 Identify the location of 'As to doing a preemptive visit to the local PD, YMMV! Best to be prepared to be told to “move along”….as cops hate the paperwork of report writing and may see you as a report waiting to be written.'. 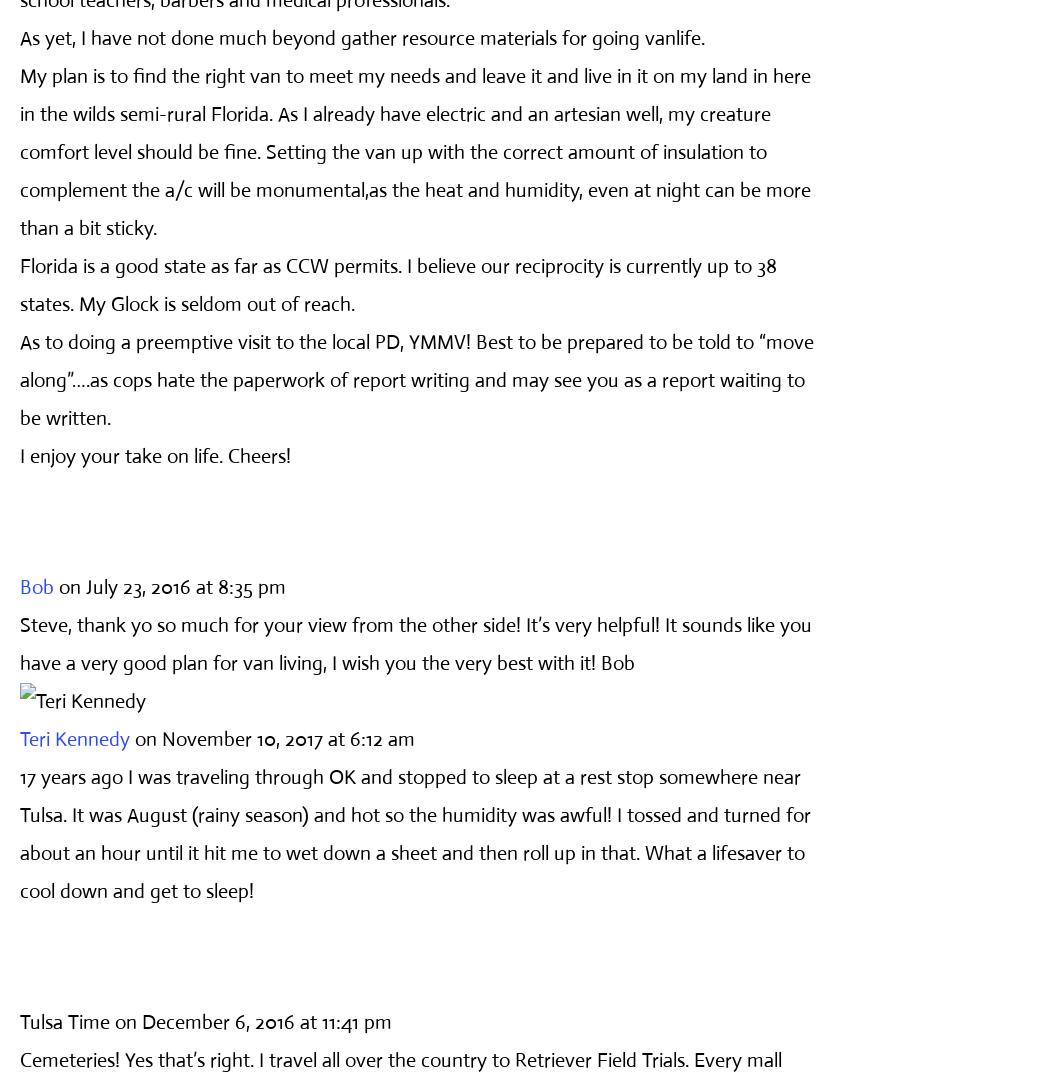
(415, 379).